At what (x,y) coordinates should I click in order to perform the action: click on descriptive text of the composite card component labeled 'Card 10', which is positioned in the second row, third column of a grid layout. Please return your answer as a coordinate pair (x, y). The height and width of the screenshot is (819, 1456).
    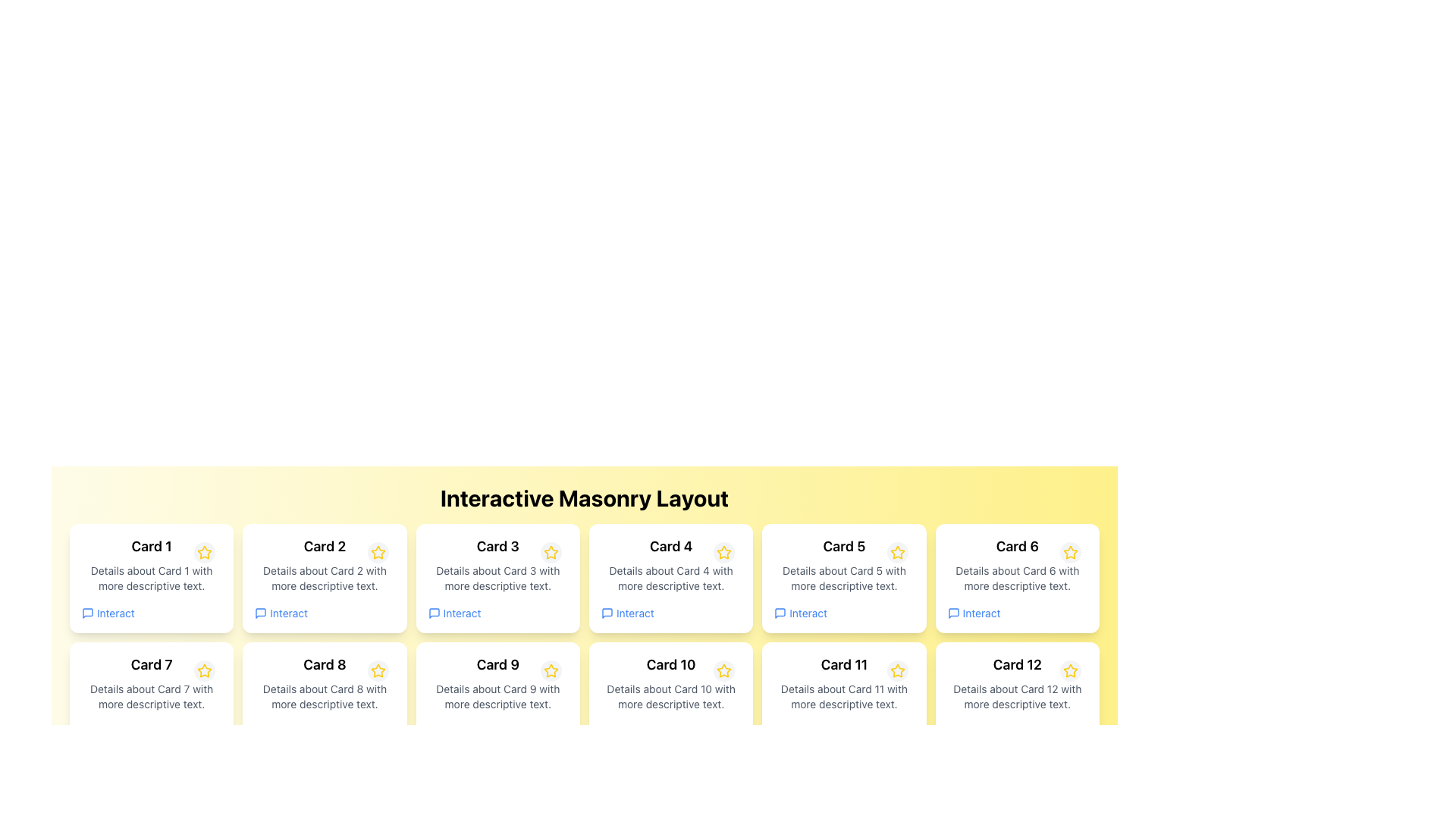
    Looking at the image, I should click on (670, 696).